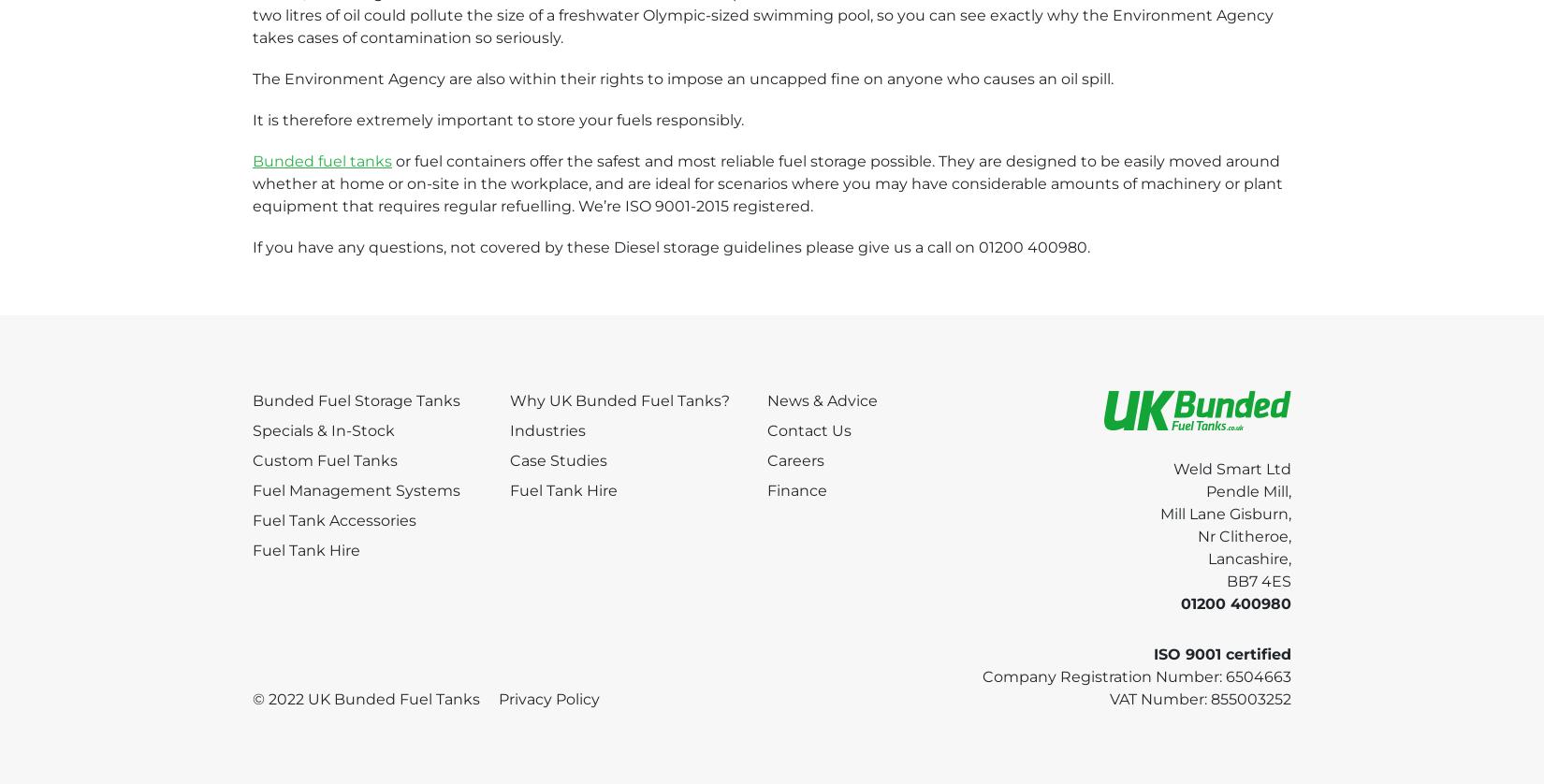 Image resolution: width=1544 pixels, height=784 pixels. Describe the element at coordinates (1258, 580) in the screenshot. I see `'BB7 4ES'` at that location.